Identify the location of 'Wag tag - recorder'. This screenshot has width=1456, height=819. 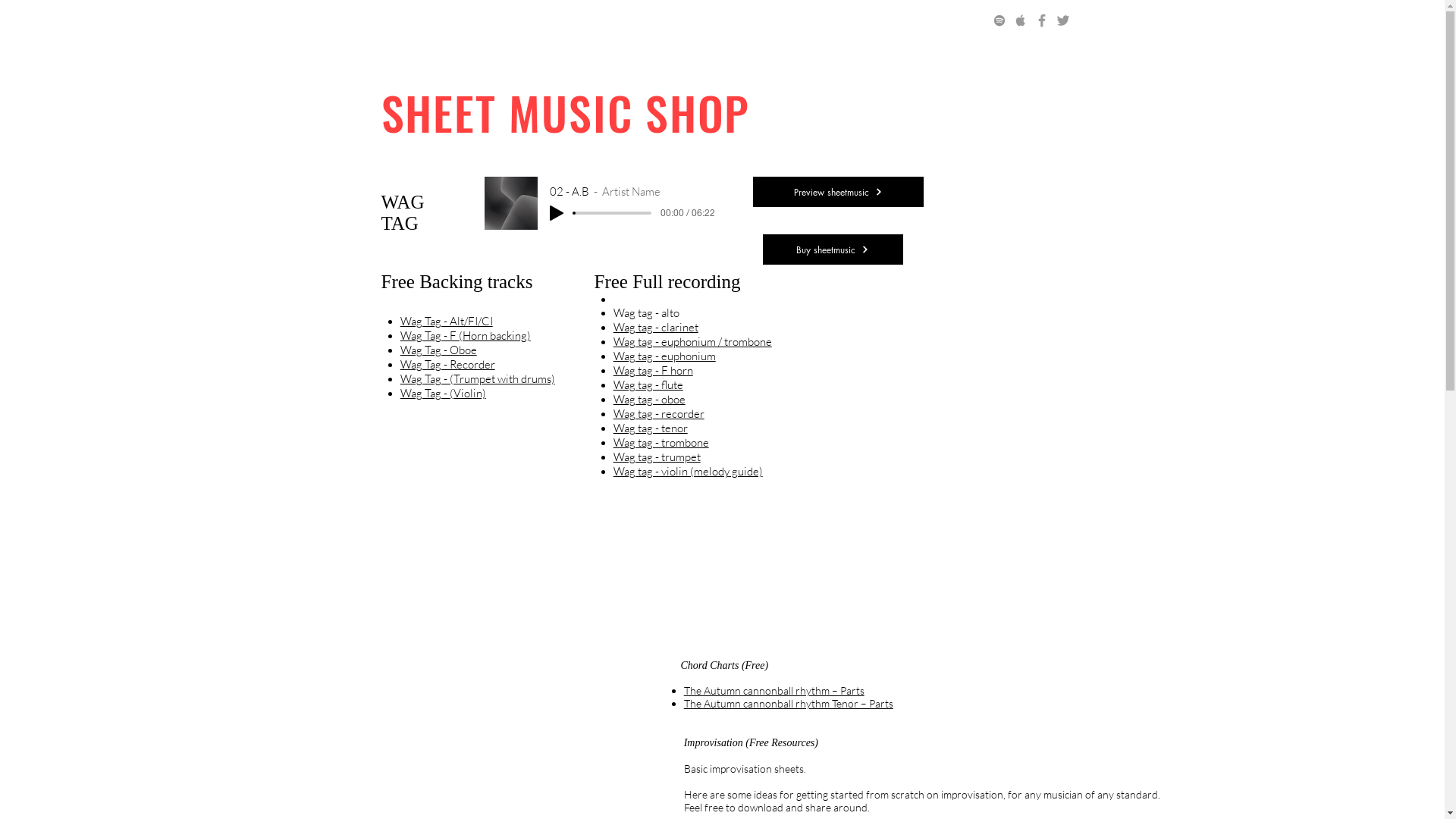
(658, 413).